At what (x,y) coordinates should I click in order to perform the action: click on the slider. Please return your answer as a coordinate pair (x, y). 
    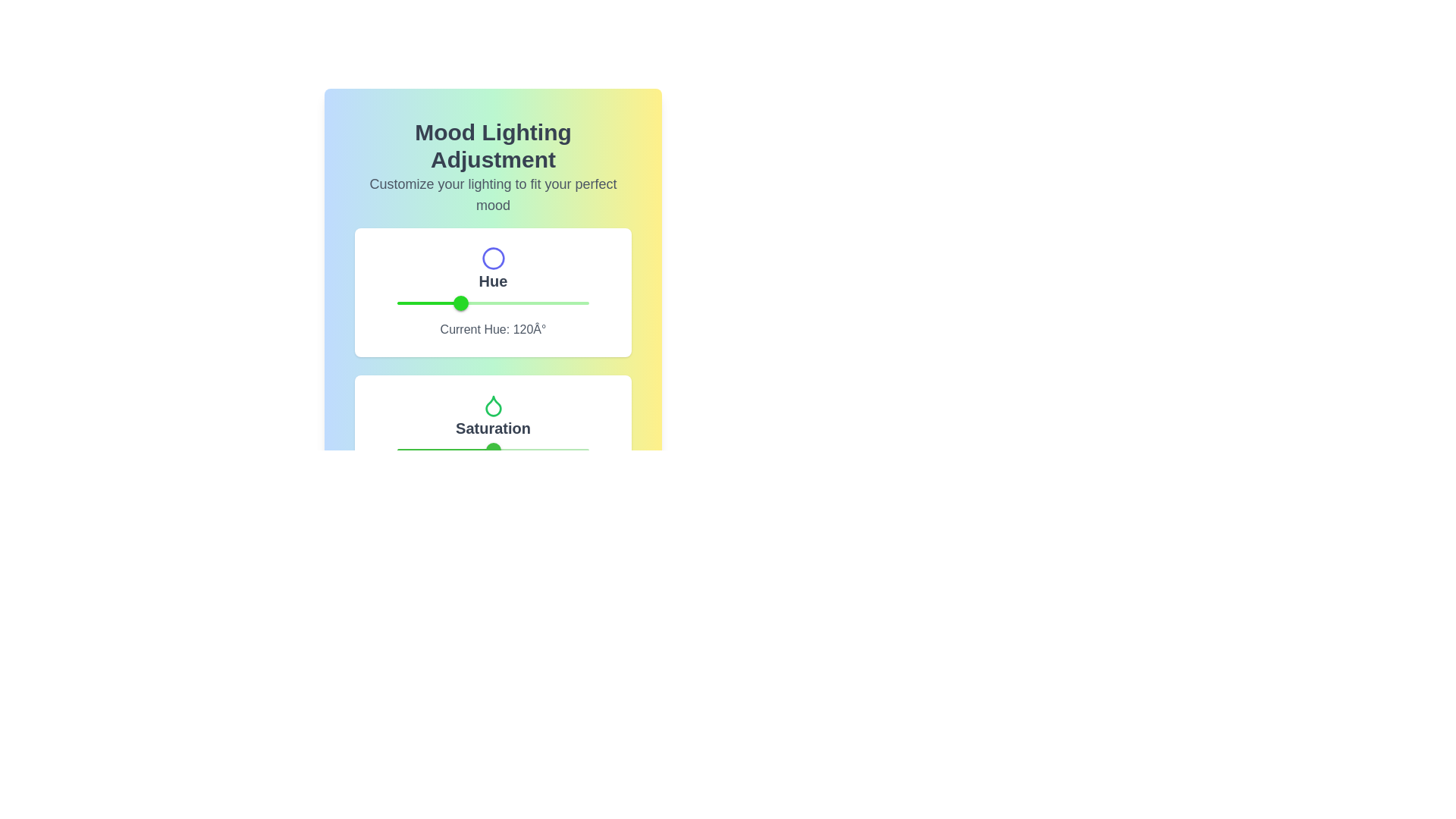
    Looking at the image, I should click on (528, 450).